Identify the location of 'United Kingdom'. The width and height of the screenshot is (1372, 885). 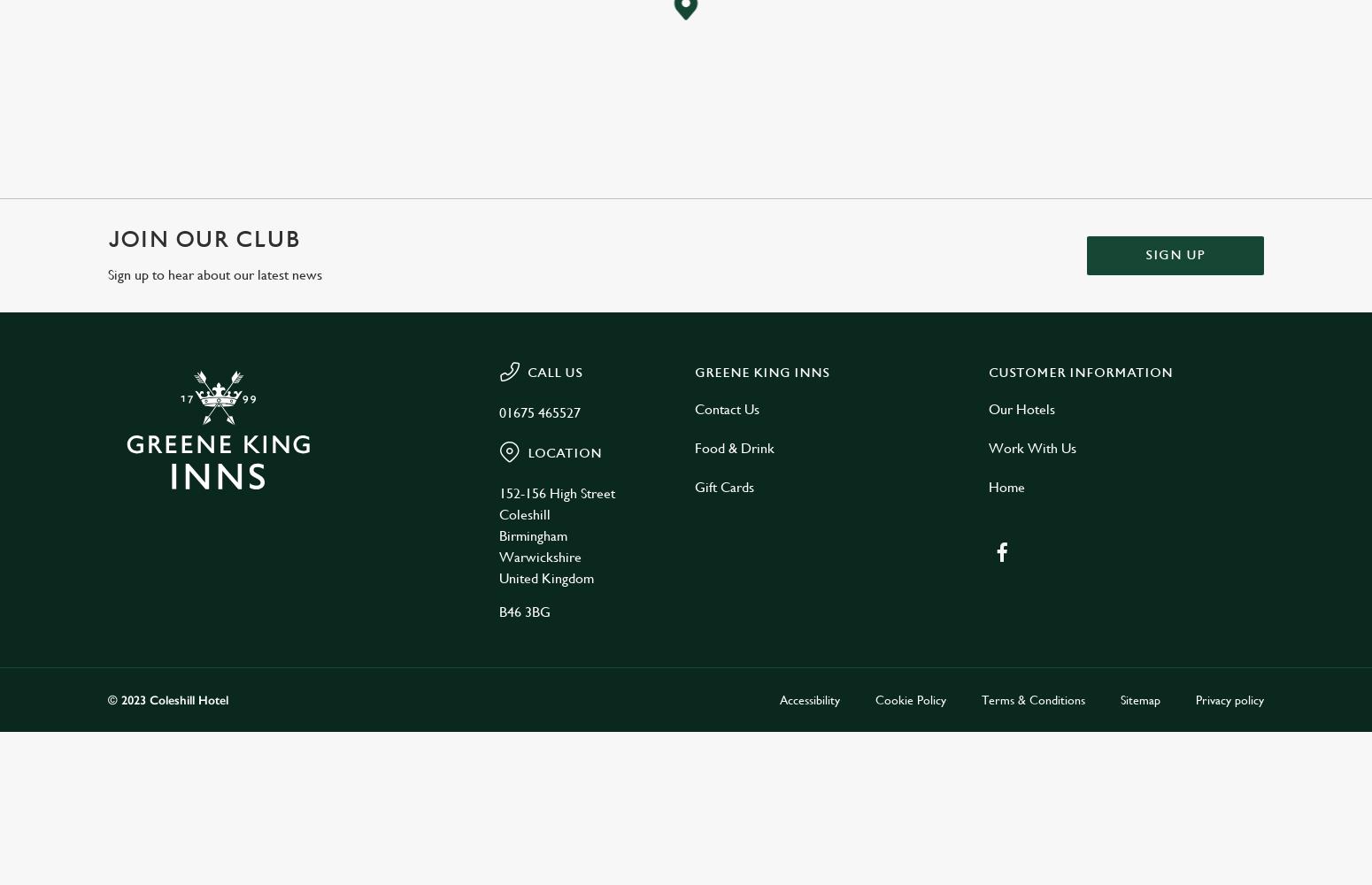
(499, 578).